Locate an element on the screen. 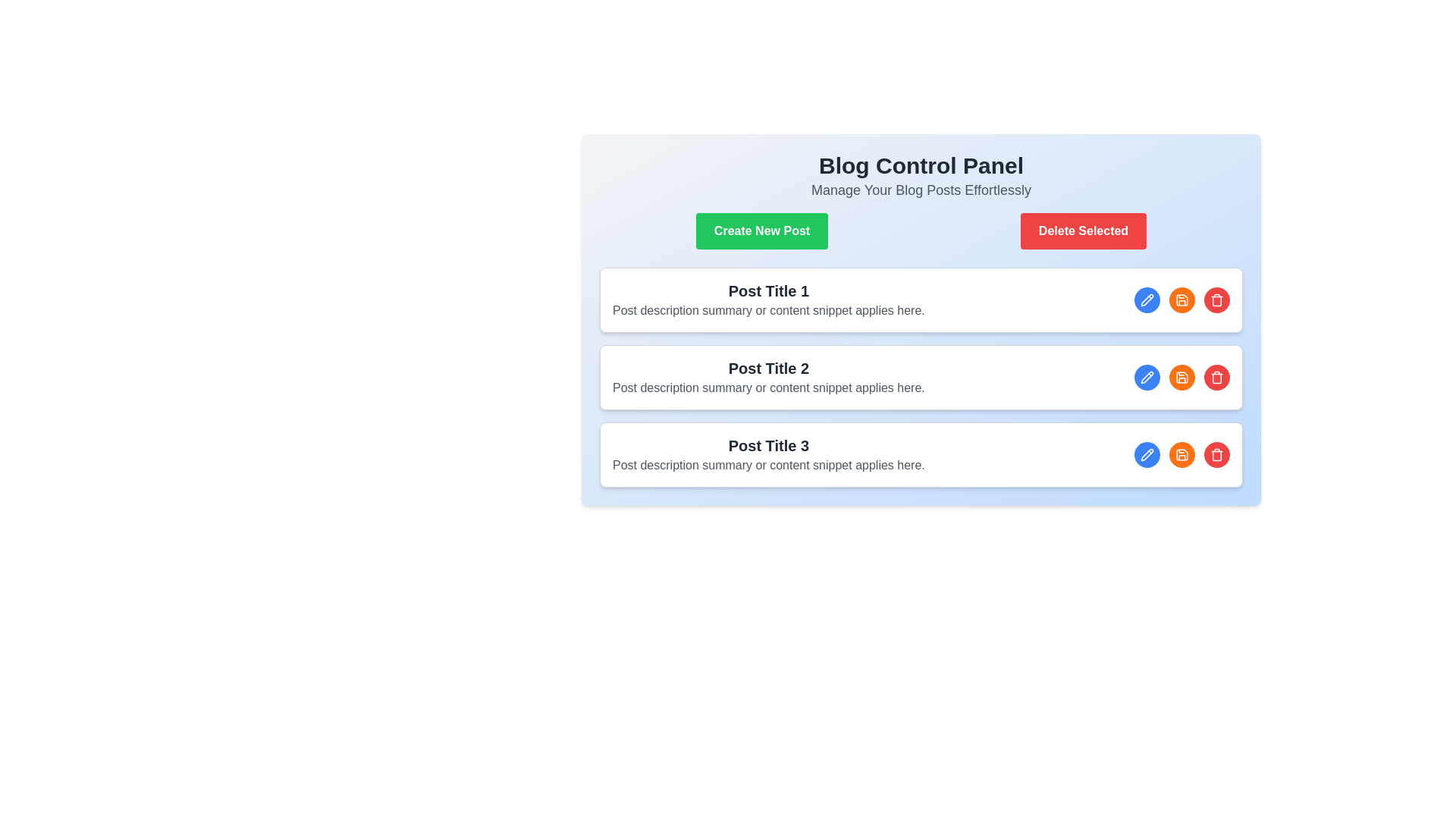 This screenshot has width=1456, height=819. the text element containing the title and description of the blog post located in the topmost card under the 'Blog Control Panel' is located at coordinates (768, 300).